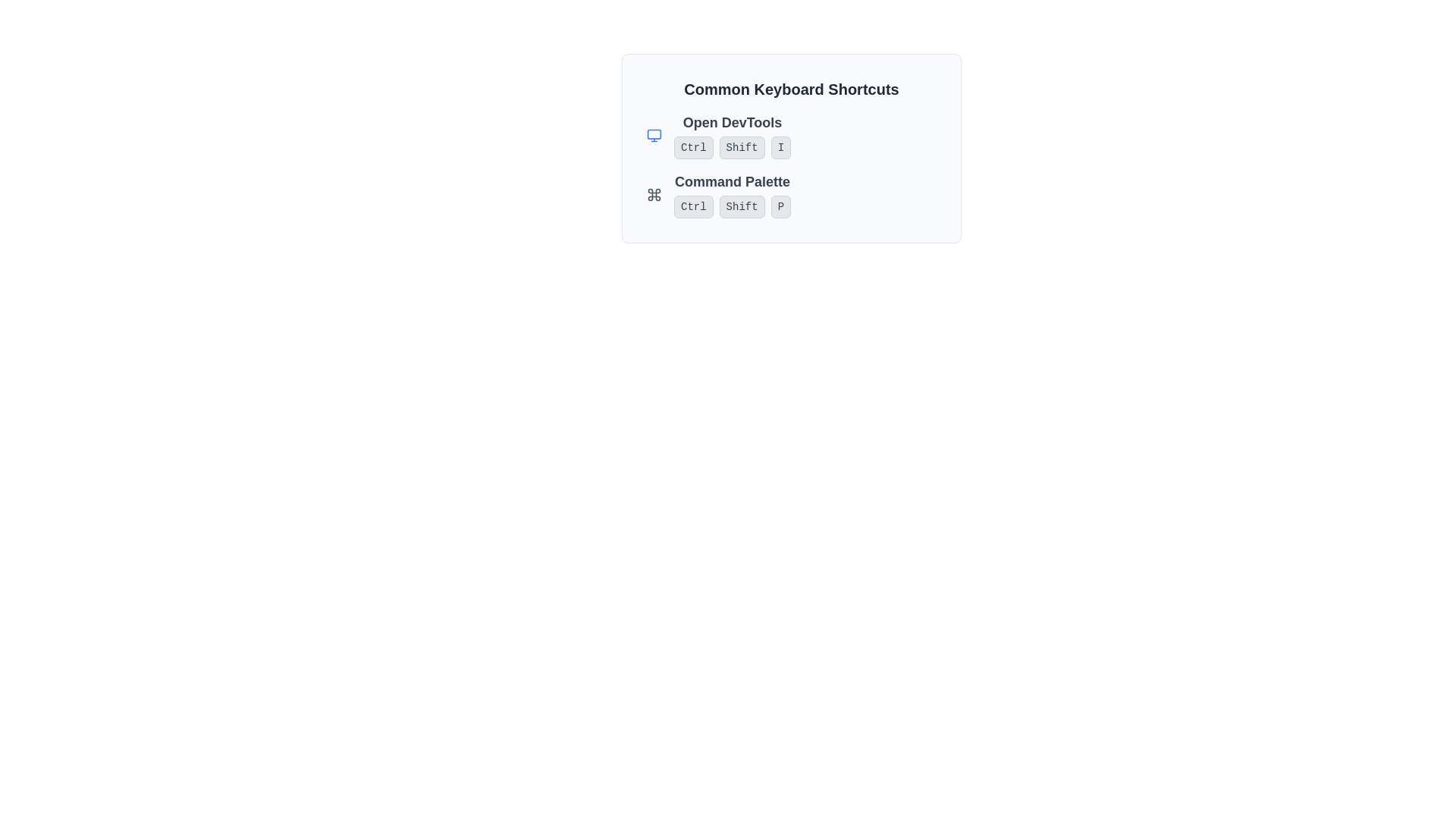 This screenshot has width=1456, height=819. Describe the element at coordinates (654, 194) in the screenshot. I see `the leftmost icon in the bottom row of the 'Common Keyboard Shortcuts' box, which represents the 'Command Palette' functionality` at that location.